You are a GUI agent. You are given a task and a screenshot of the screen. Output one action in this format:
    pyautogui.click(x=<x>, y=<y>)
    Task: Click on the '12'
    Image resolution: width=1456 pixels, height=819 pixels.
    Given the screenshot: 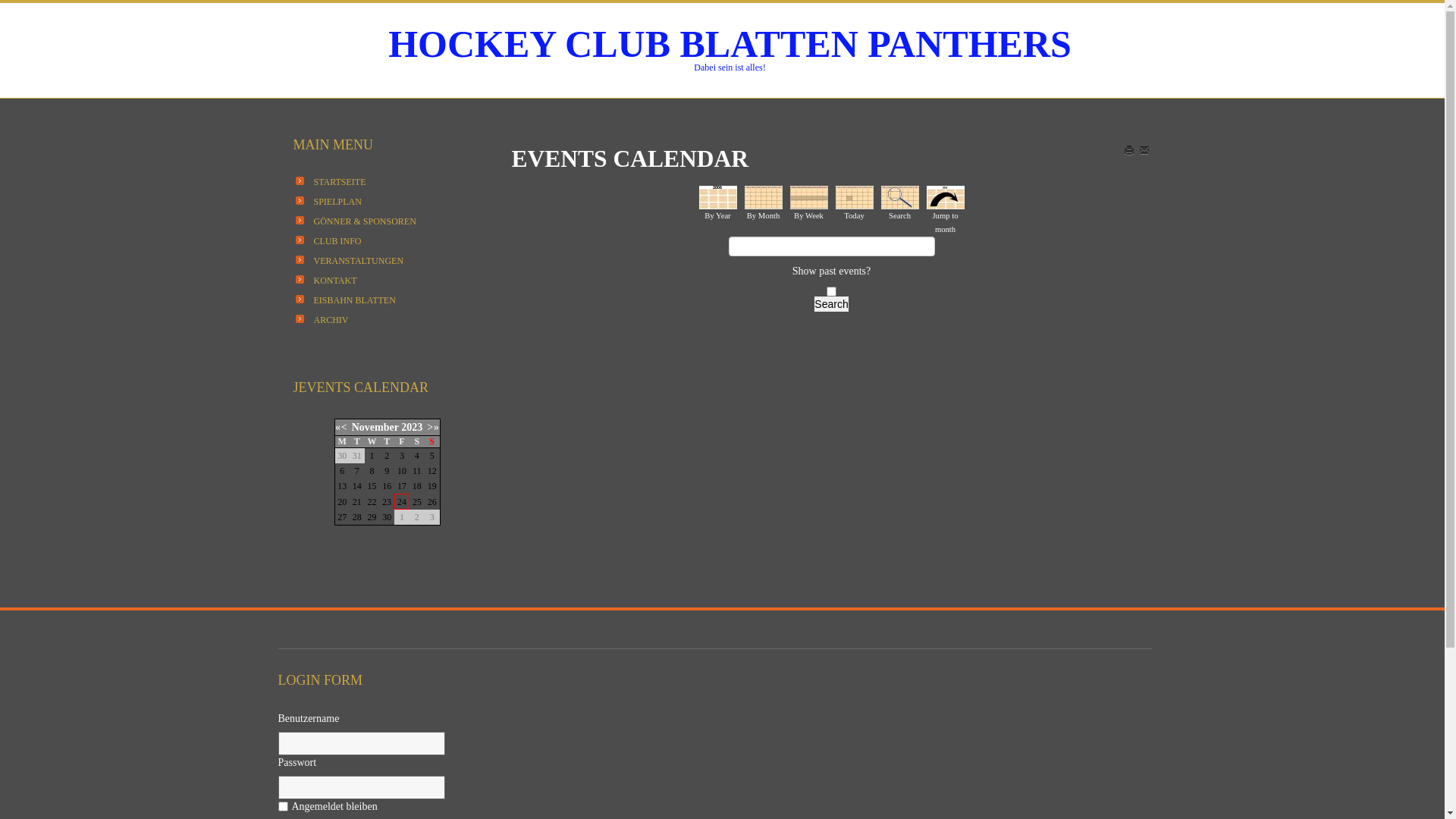 What is the action you would take?
    pyautogui.click(x=431, y=470)
    